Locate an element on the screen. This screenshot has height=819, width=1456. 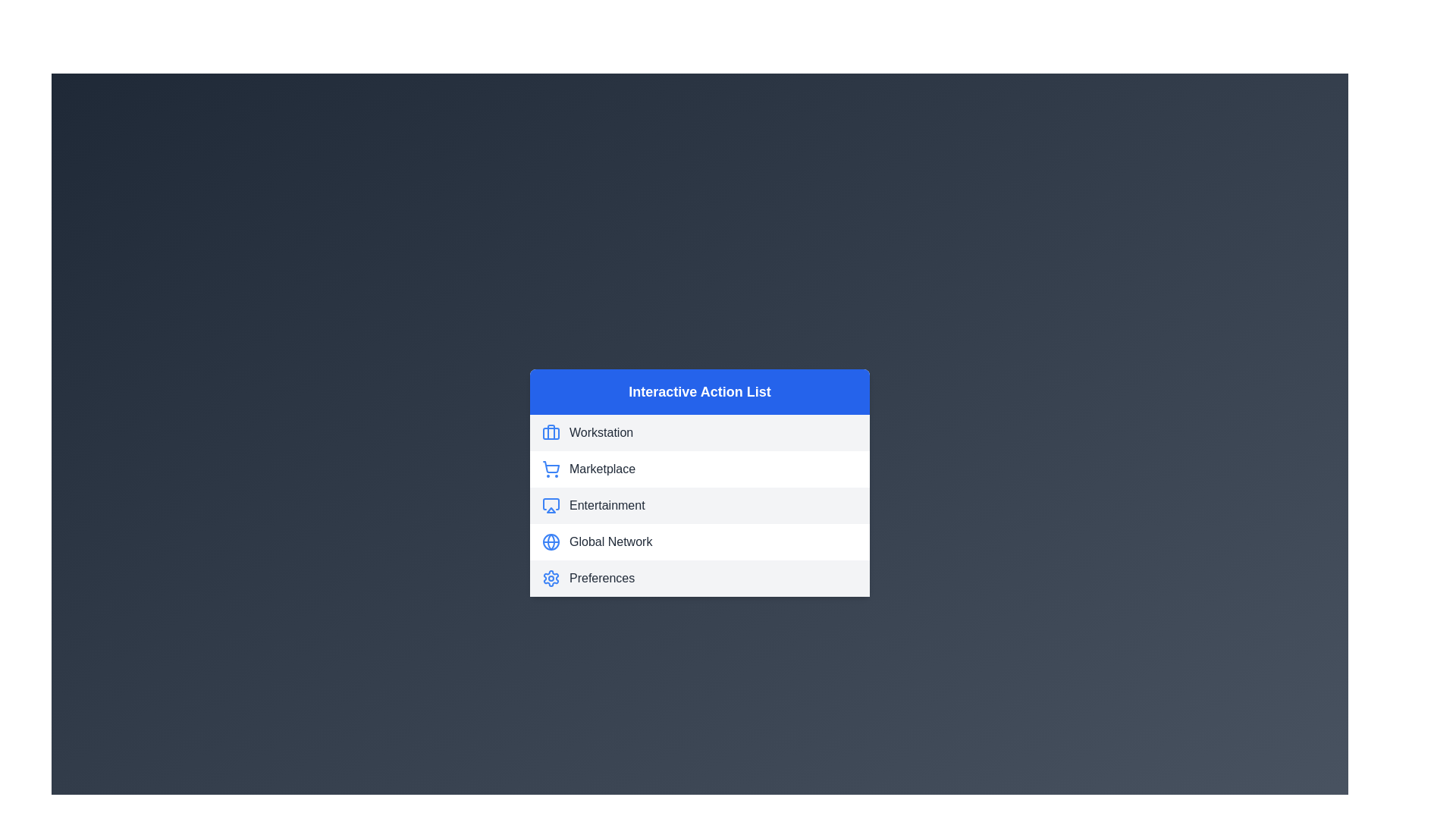
the settings icon located to the left of the 'Preferences' text label in the bottom row of the interactive list is located at coordinates (550, 579).